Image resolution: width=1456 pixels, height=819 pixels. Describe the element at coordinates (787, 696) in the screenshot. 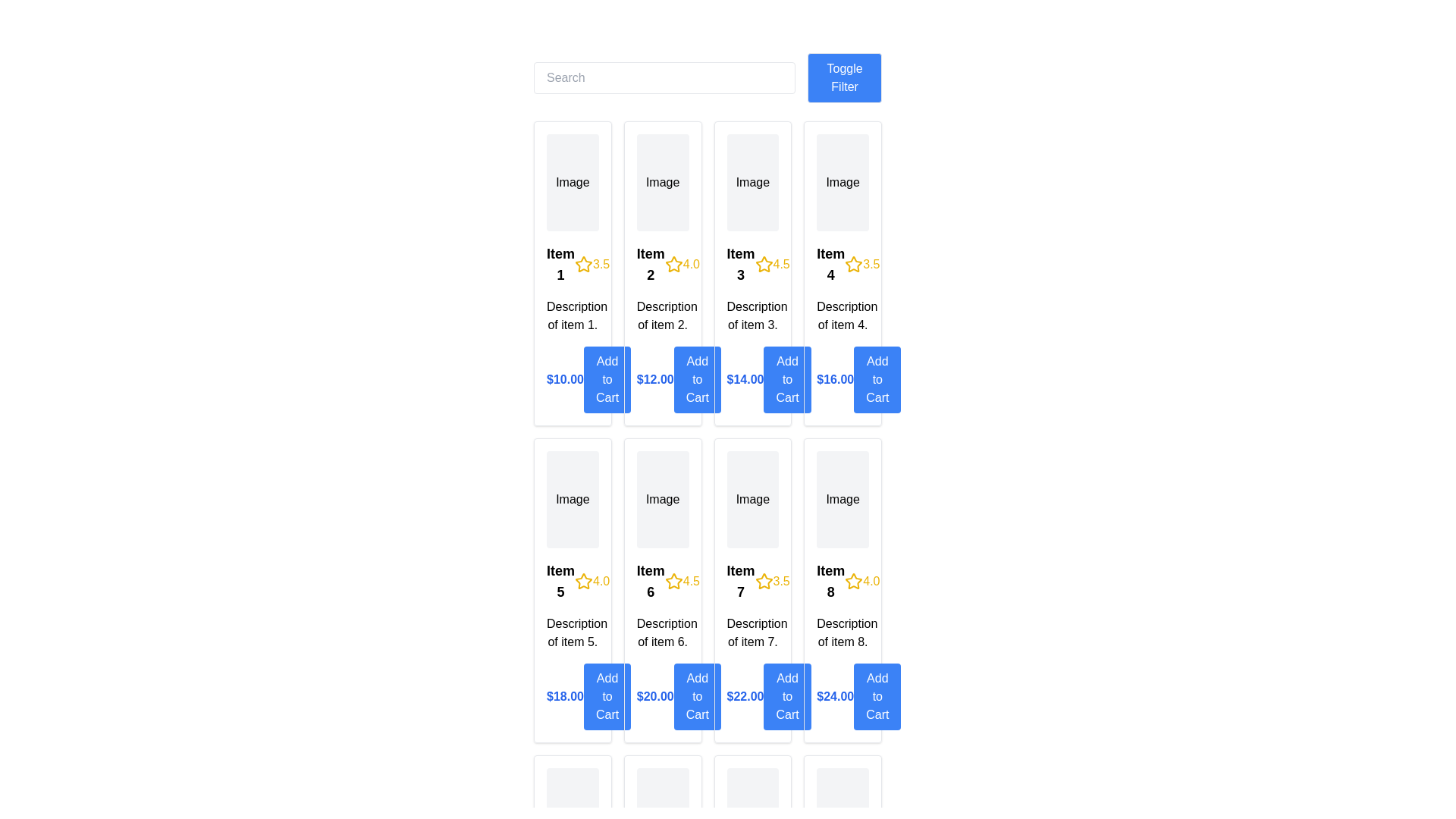

I see `the 'Add to Cart' button, which is a rectangular button with a blue background and white text, located in the bottom section of the card for 'Item 7'` at that location.